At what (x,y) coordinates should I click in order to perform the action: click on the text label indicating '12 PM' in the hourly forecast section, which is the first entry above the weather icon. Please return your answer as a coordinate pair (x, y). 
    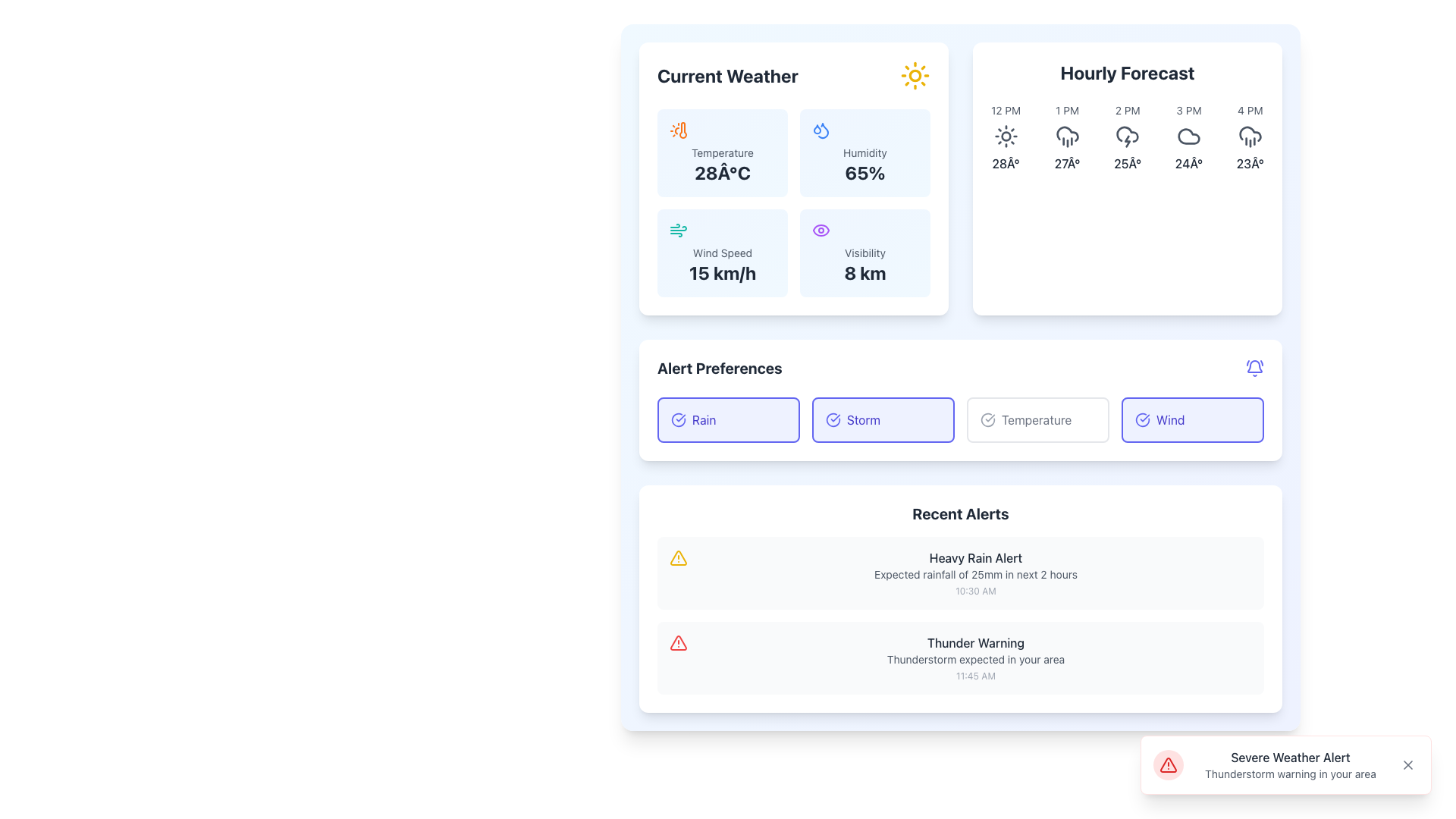
    Looking at the image, I should click on (1006, 110).